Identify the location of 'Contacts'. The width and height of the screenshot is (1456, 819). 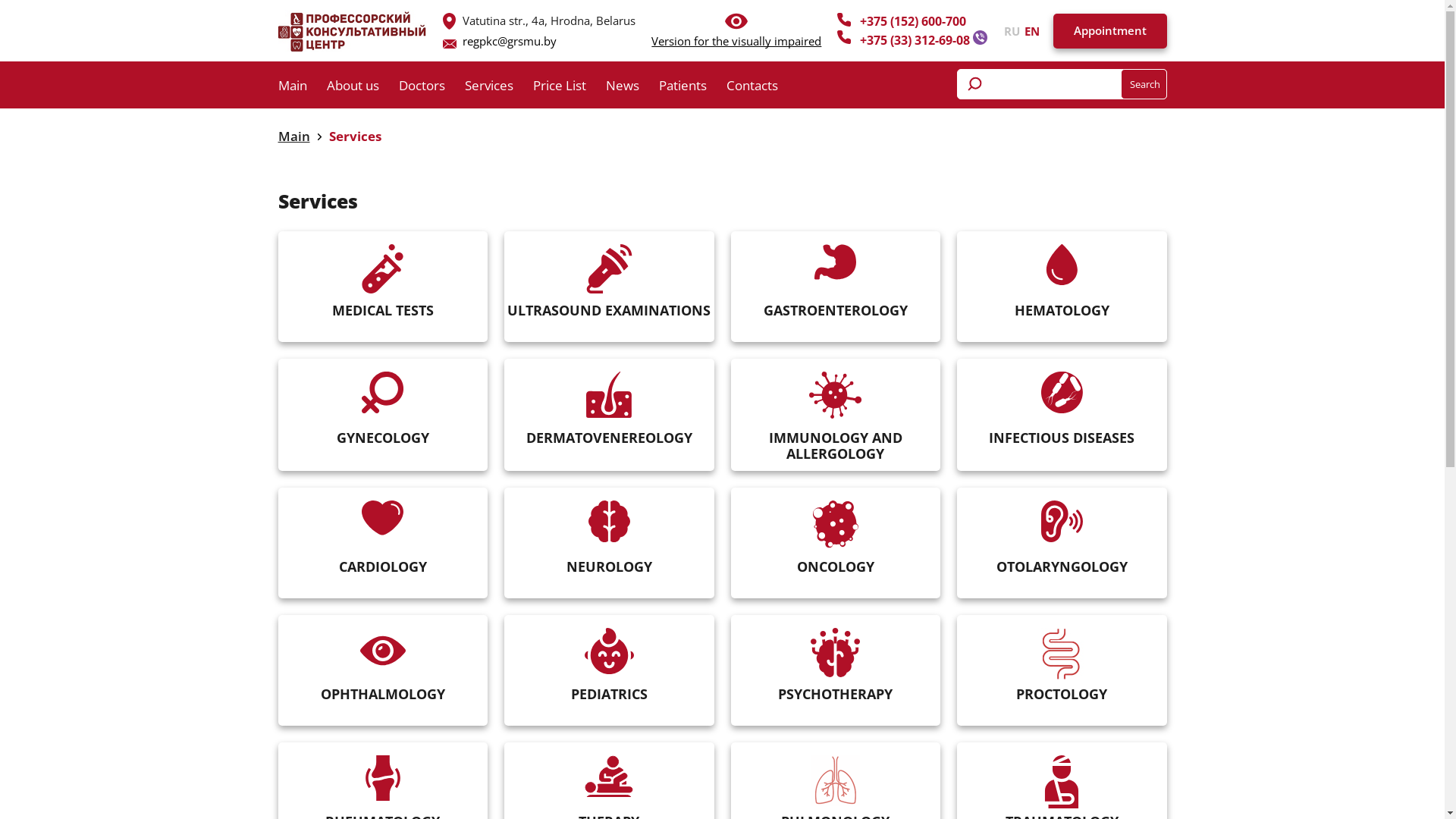
(726, 88).